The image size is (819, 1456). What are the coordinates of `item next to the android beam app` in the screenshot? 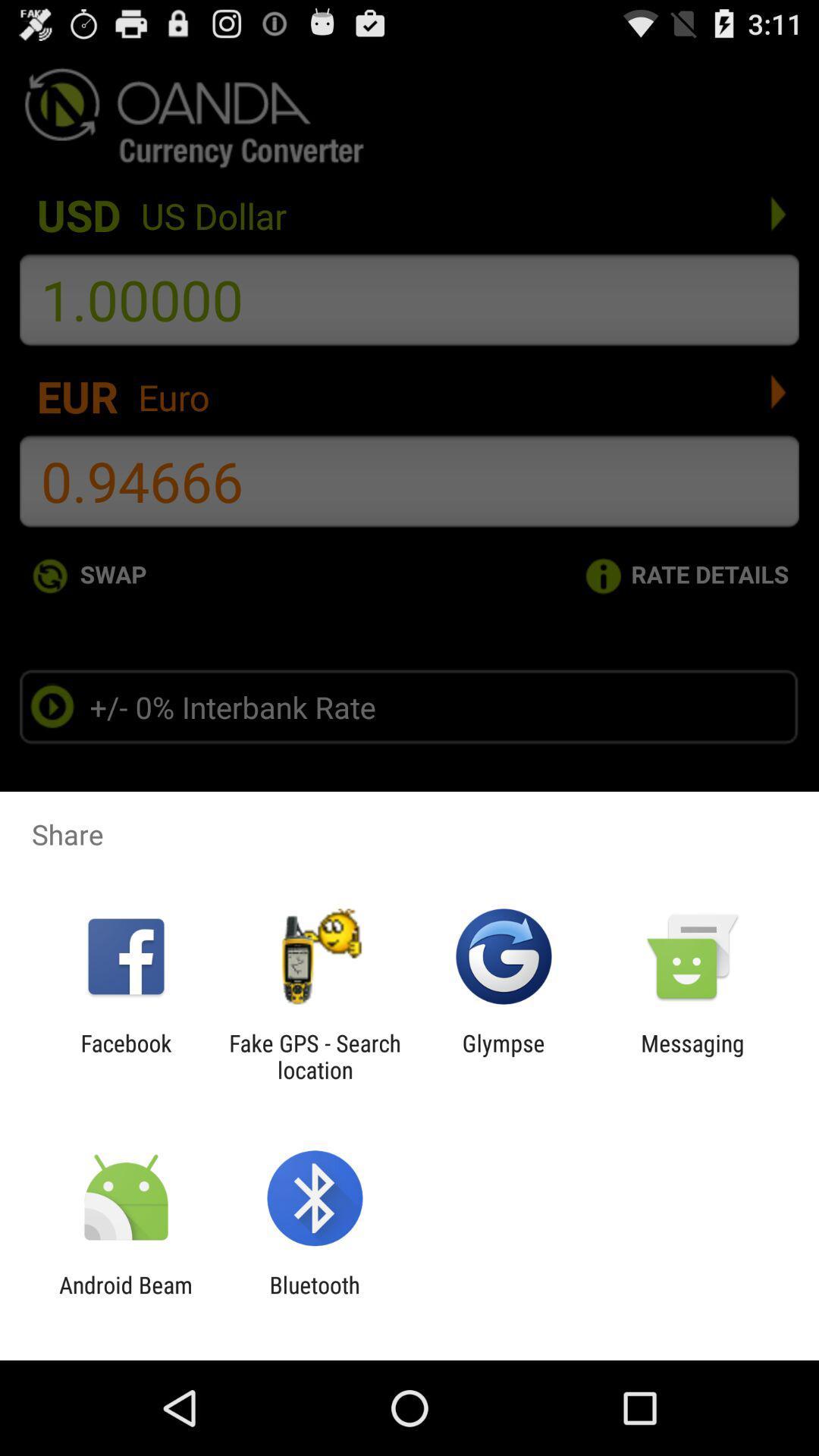 It's located at (314, 1298).